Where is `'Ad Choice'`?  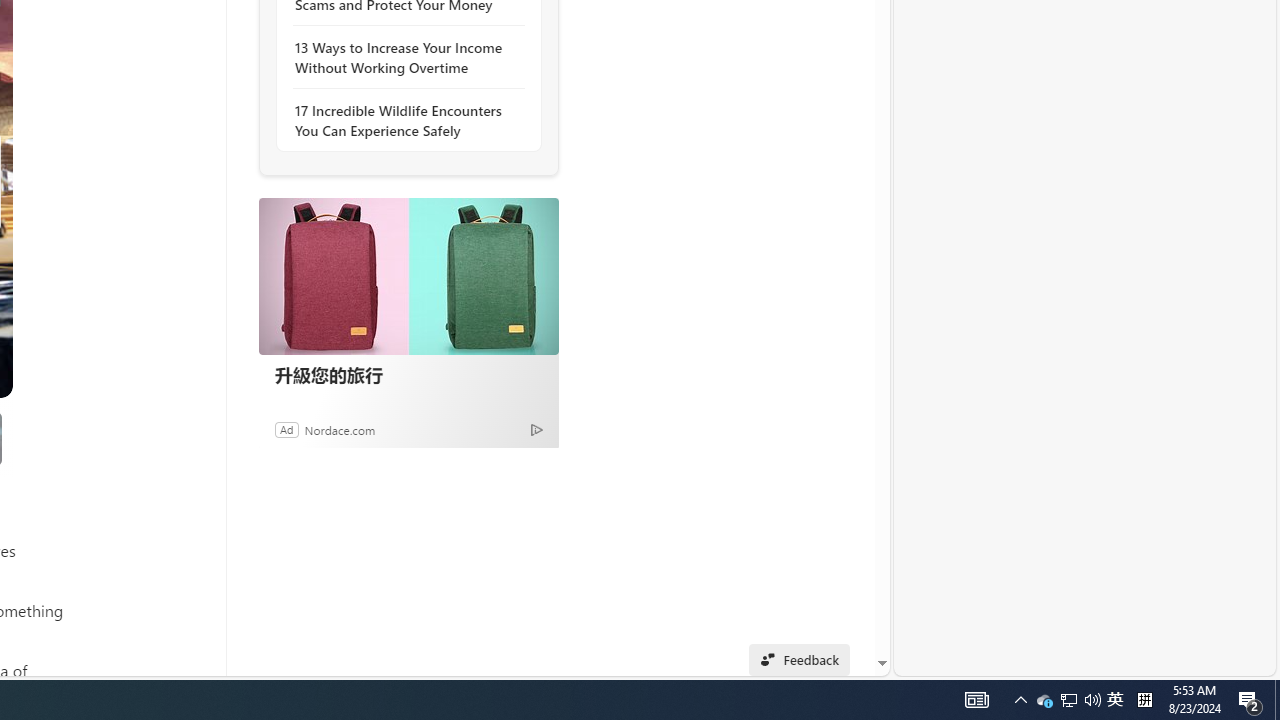
'Ad Choice' is located at coordinates (536, 428).